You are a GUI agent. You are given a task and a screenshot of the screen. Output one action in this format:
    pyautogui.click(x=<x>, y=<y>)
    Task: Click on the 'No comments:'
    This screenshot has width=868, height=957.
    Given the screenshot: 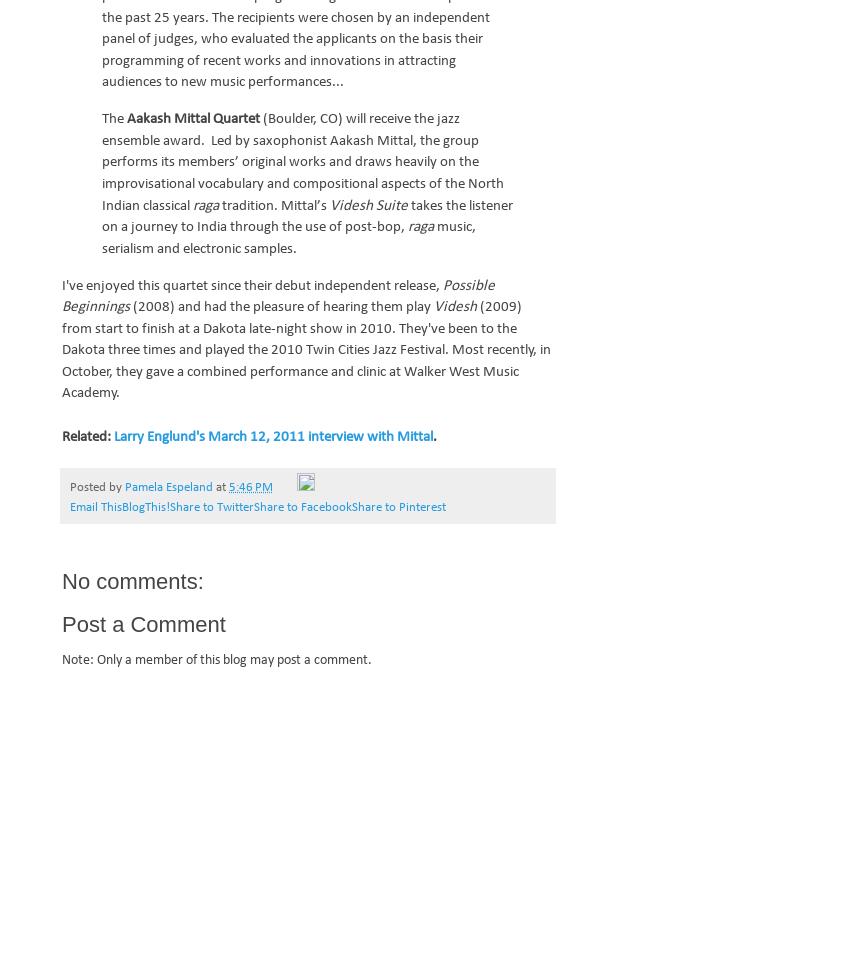 What is the action you would take?
    pyautogui.click(x=61, y=580)
    